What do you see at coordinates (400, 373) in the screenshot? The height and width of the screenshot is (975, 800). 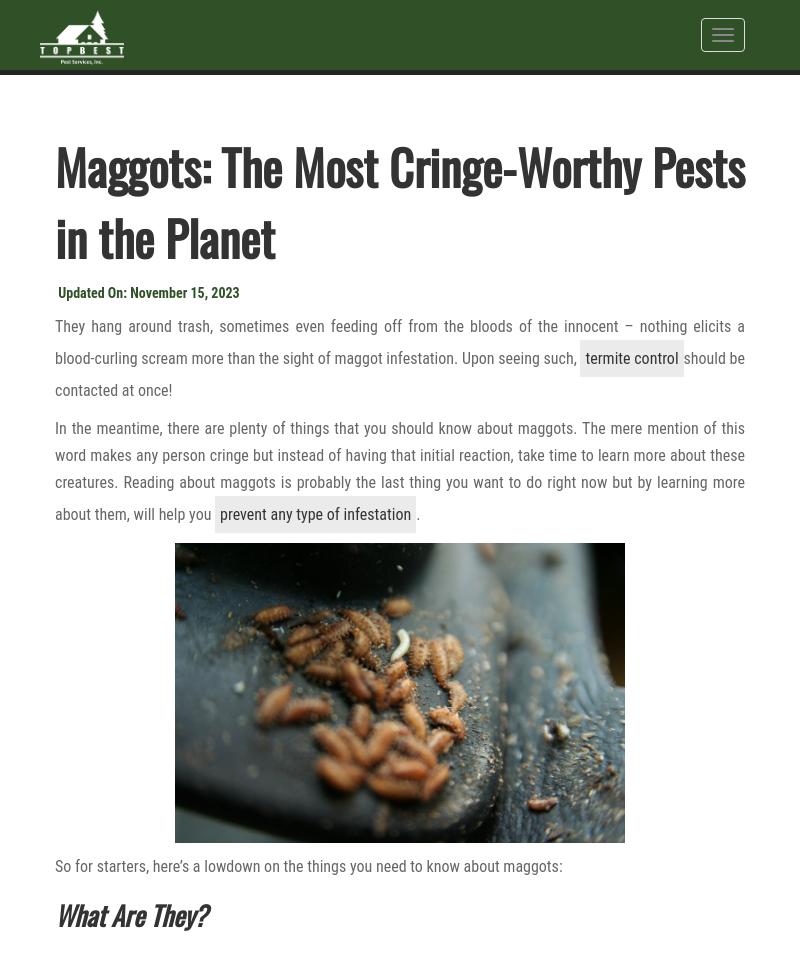 I see `'should be contacted at once!'` at bounding box center [400, 373].